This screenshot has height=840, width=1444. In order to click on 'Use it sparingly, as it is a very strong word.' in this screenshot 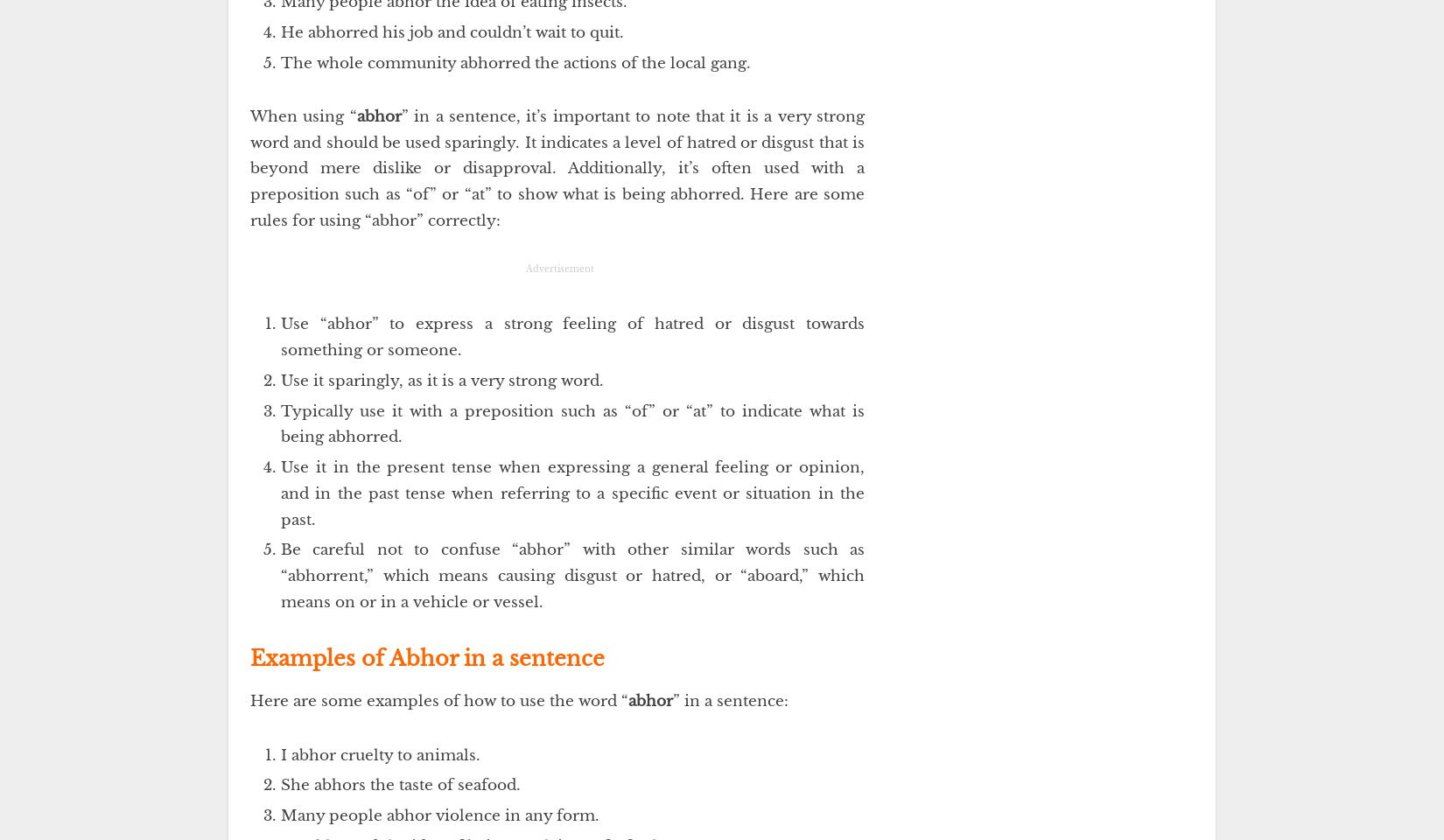, I will do `click(441, 380)`.